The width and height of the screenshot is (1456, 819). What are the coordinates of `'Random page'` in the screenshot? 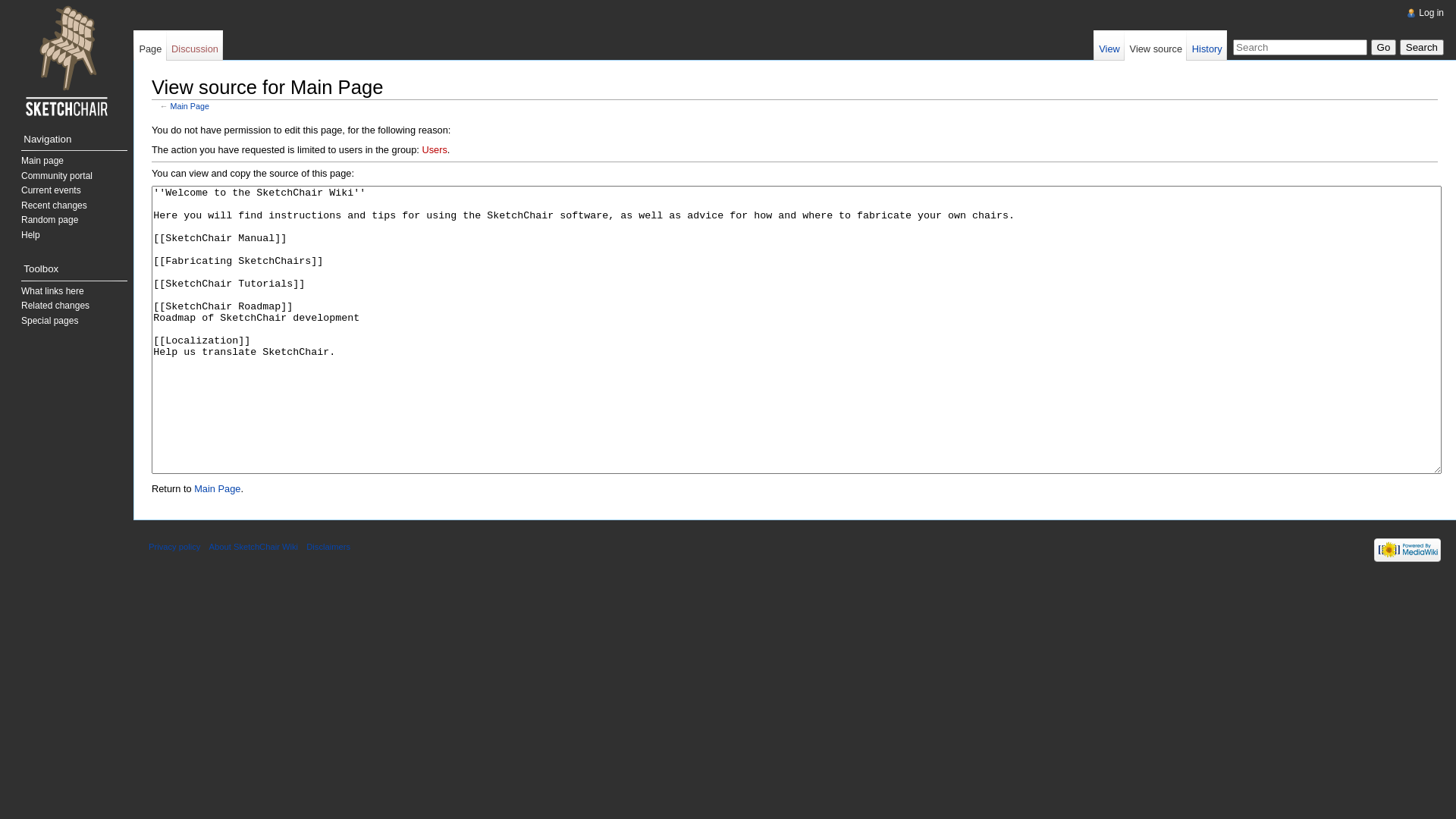 It's located at (49, 219).